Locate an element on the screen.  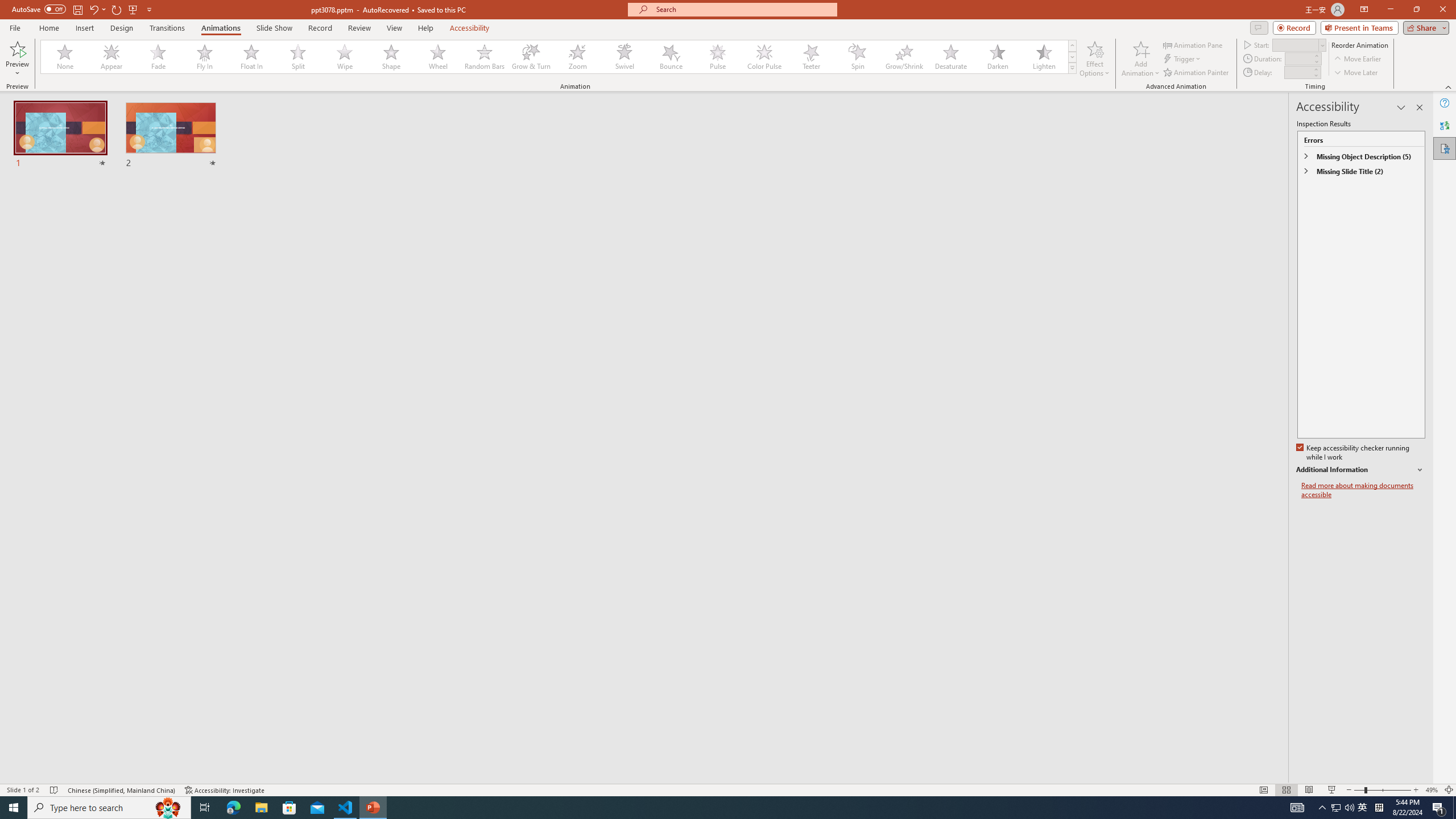
'Task Pane Options' is located at coordinates (1401, 107).